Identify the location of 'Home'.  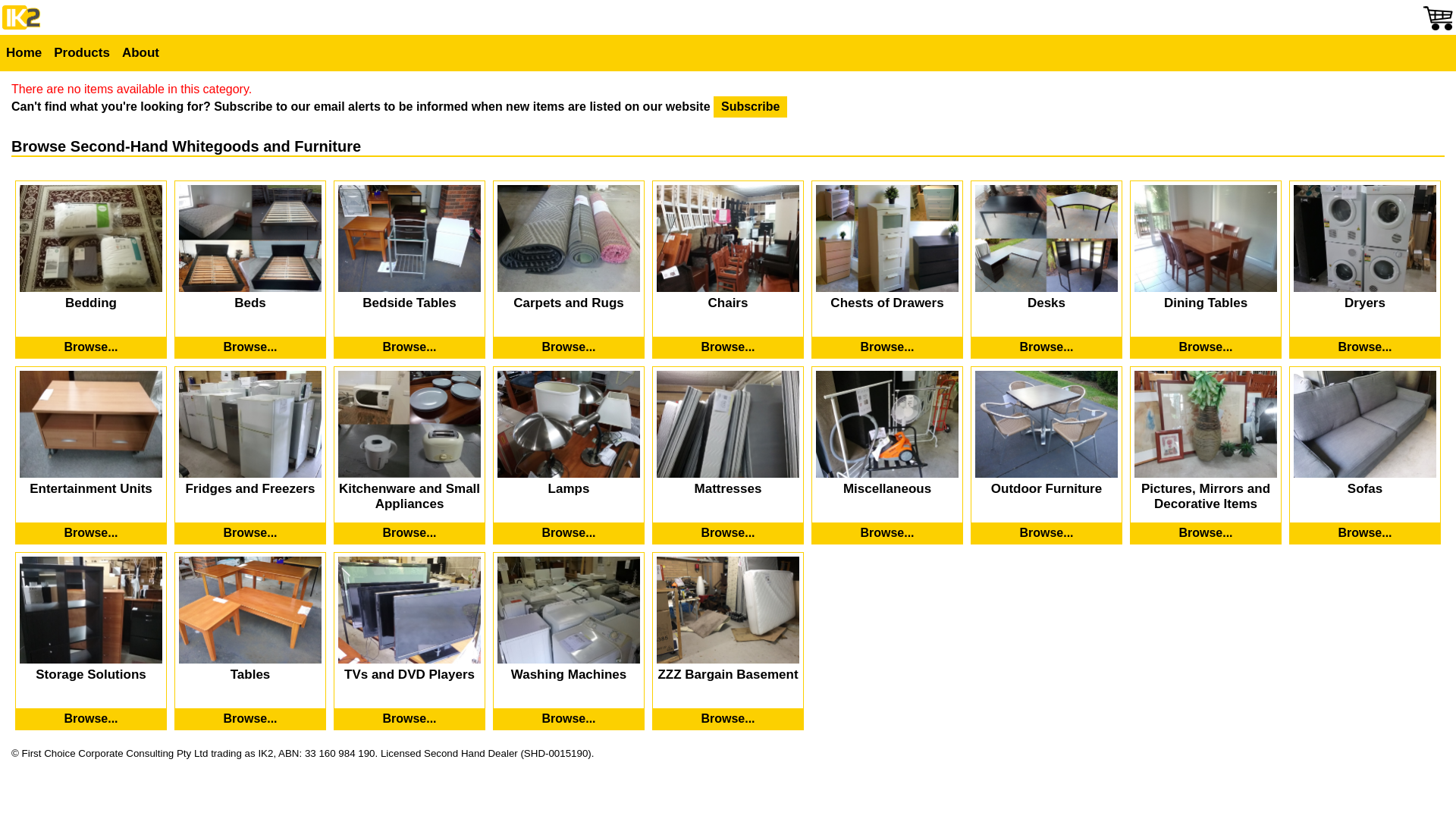
(24, 52).